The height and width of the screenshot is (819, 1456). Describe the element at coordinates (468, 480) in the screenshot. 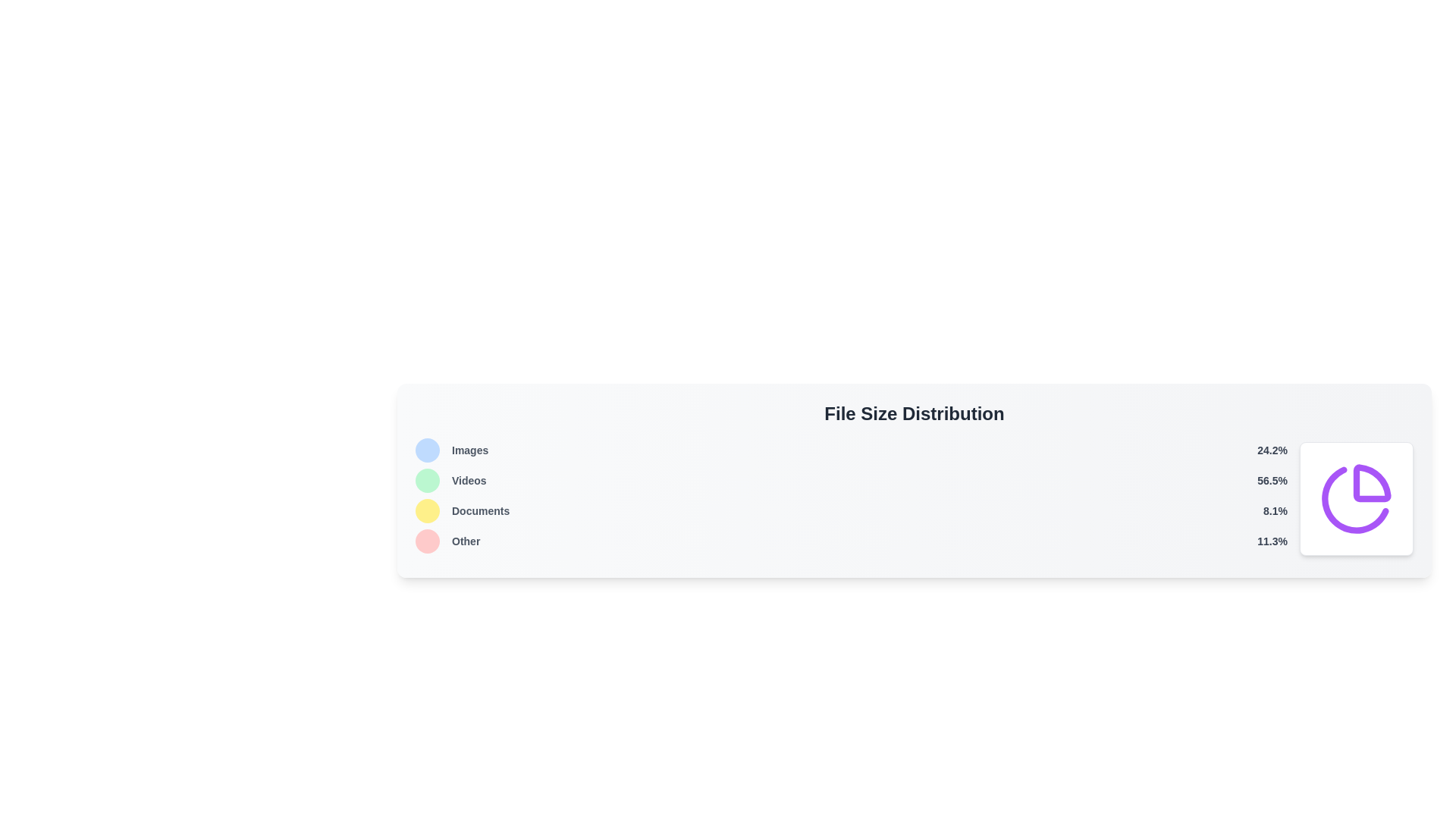

I see `'Videos' label which is styled in gray color, located in the 'File Size Distribution' section, and positioned next to the 'Images' label above it and '56.5%' on its right` at that location.